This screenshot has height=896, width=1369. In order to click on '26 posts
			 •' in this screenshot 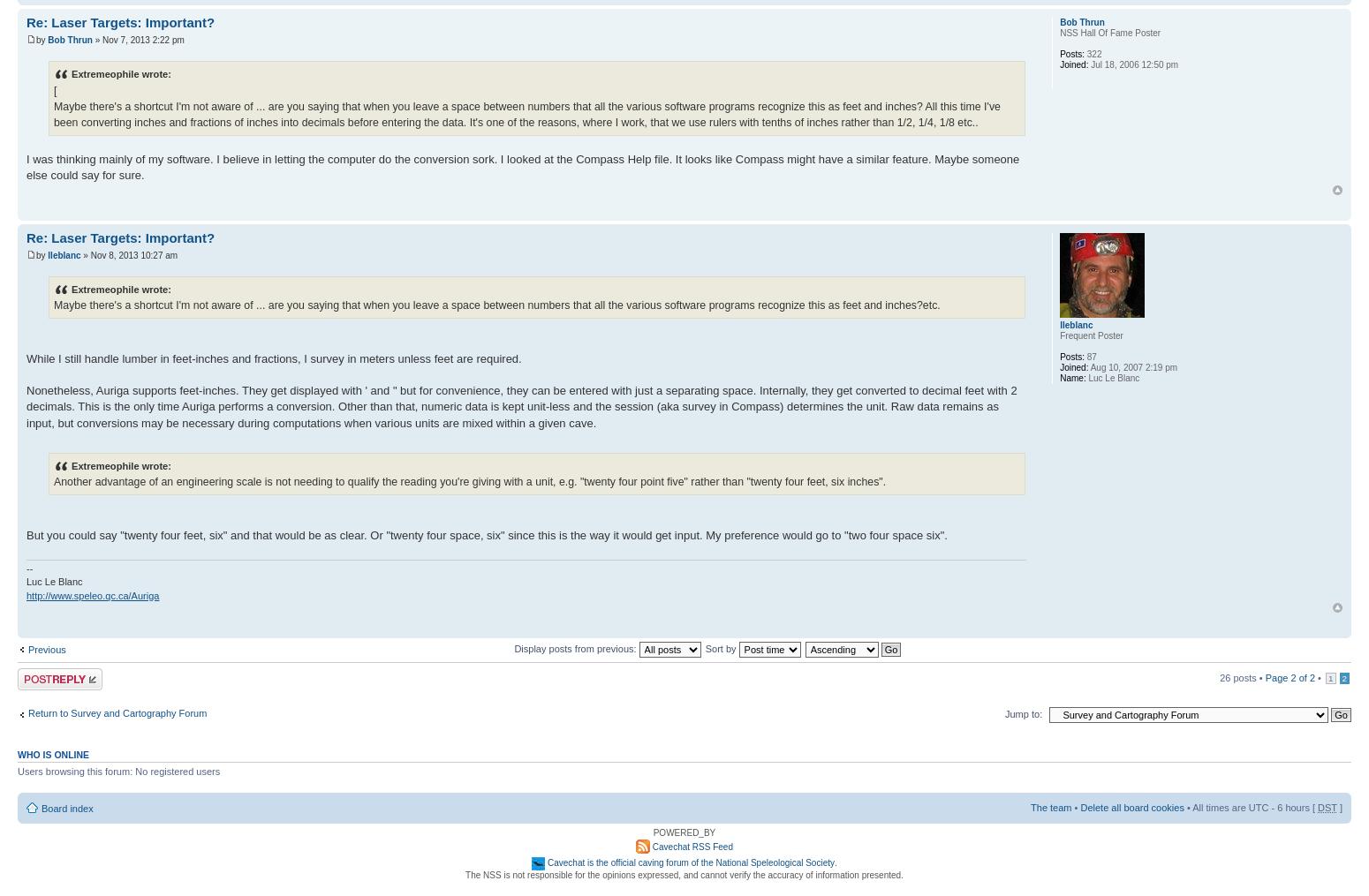, I will do `click(1241, 676)`.